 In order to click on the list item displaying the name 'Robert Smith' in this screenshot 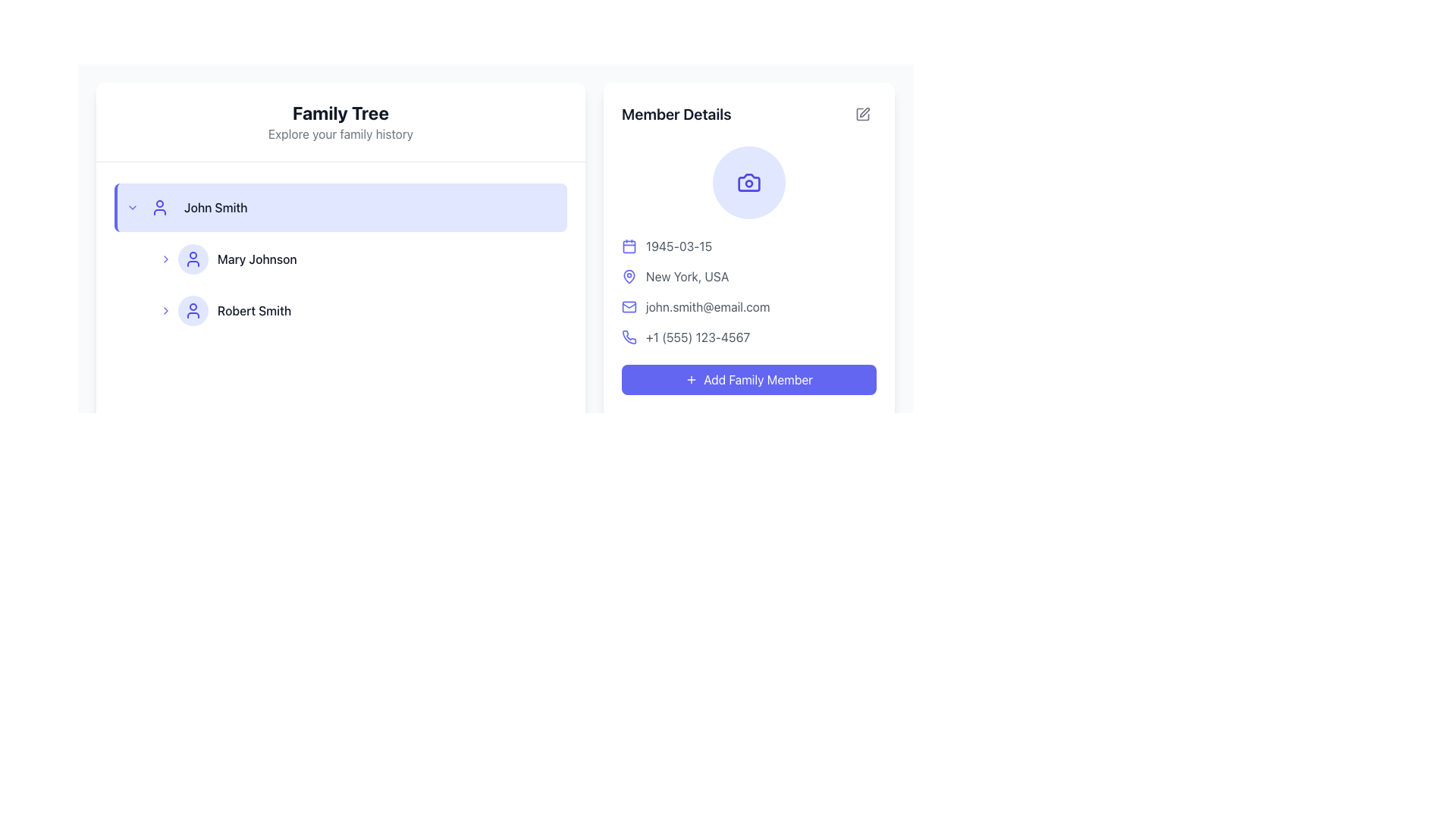, I will do `click(346, 309)`.